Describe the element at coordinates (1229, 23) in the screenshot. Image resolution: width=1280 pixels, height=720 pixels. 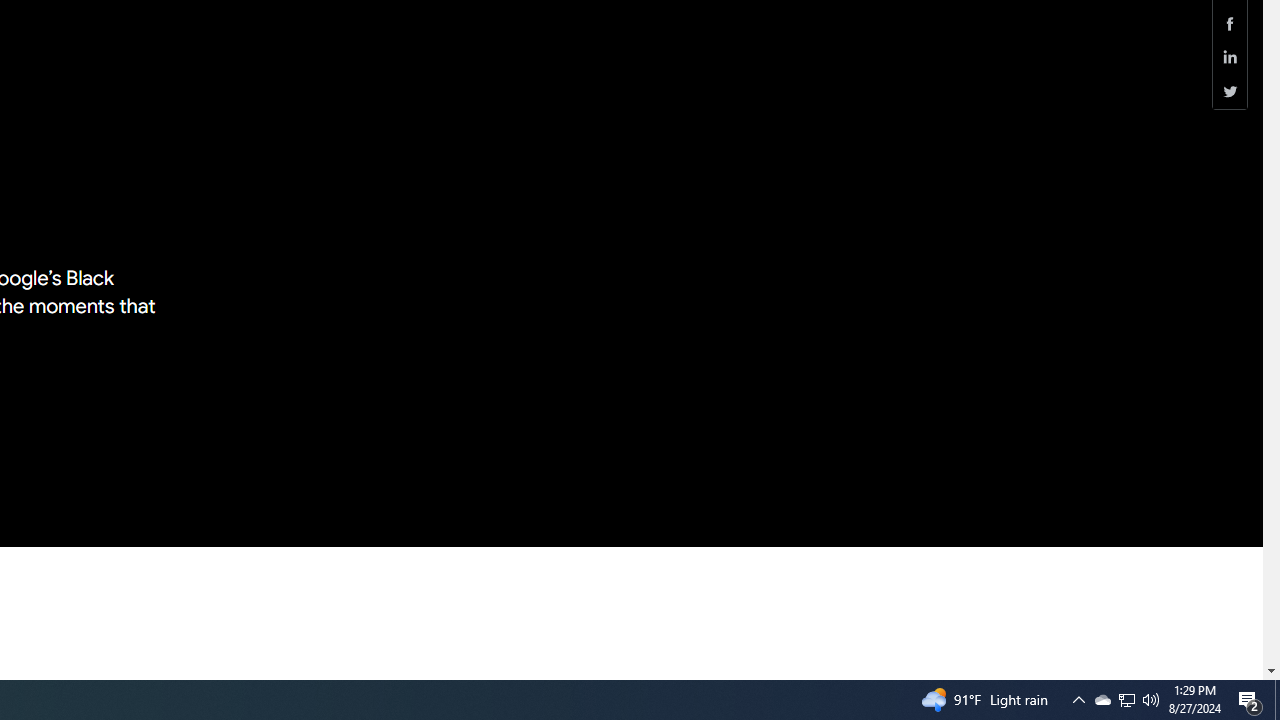
I see `'Share this page (Facebook)'` at that location.